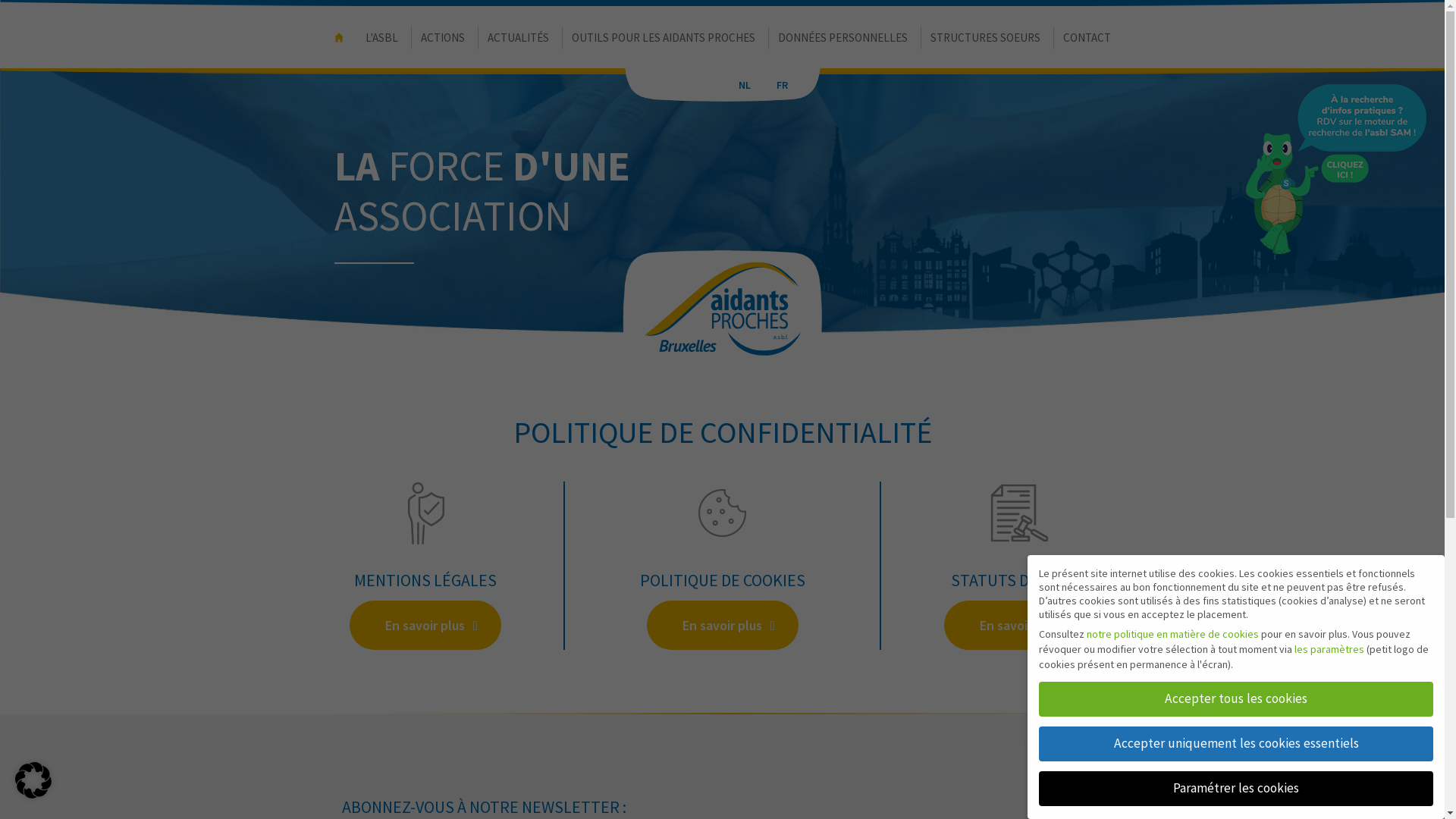 Image resolution: width=1456 pixels, height=819 pixels. Describe the element at coordinates (930, 34) in the screenshot. I see `'STRUCTURES SOEURS'` at that location.